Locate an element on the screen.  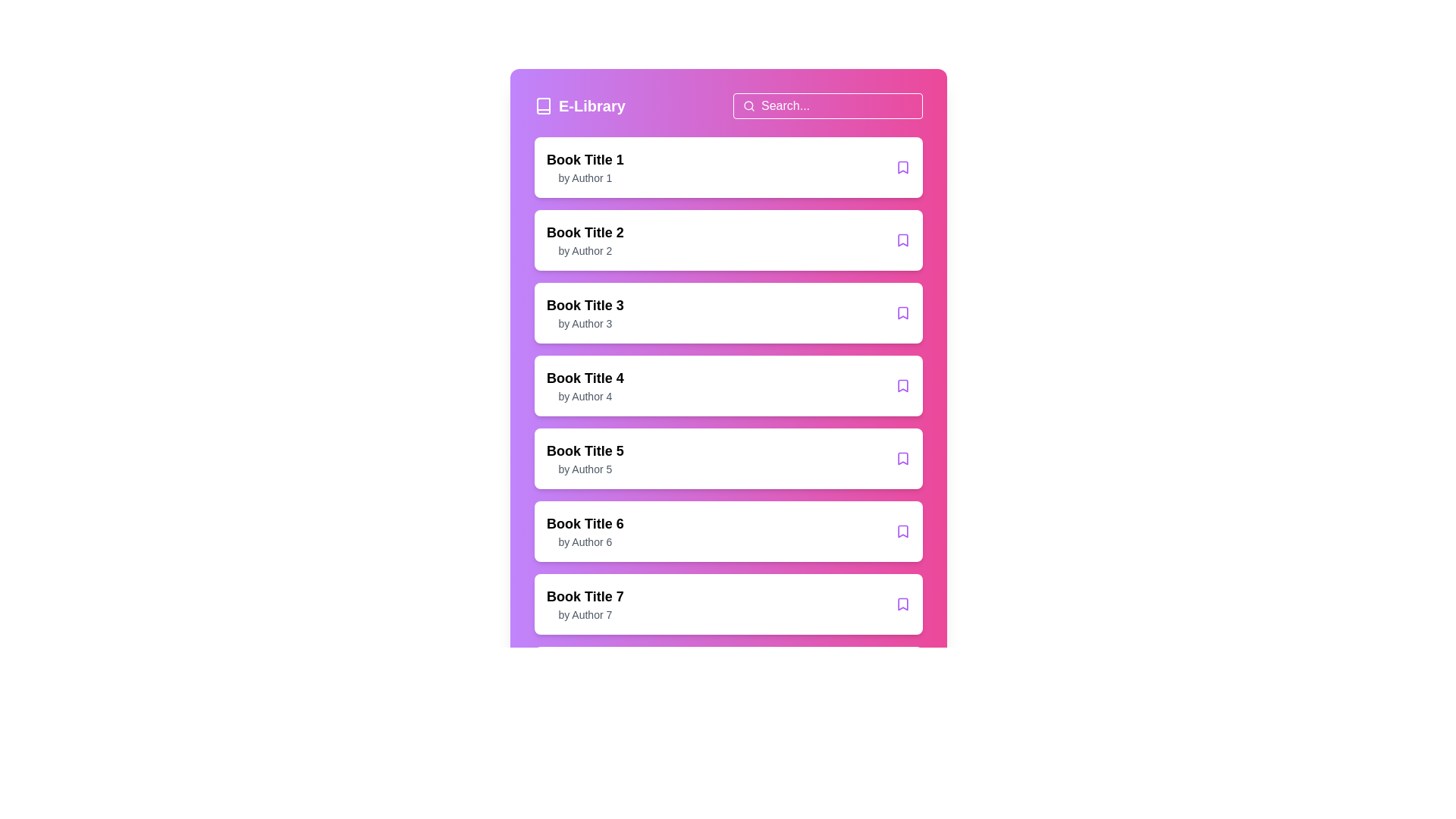
the text label that reads 'by Author 7', which is positioned beneath 'Book Title 7' in the book entry card, located in the seventh position of the list view is located at coordinates (584, 614).